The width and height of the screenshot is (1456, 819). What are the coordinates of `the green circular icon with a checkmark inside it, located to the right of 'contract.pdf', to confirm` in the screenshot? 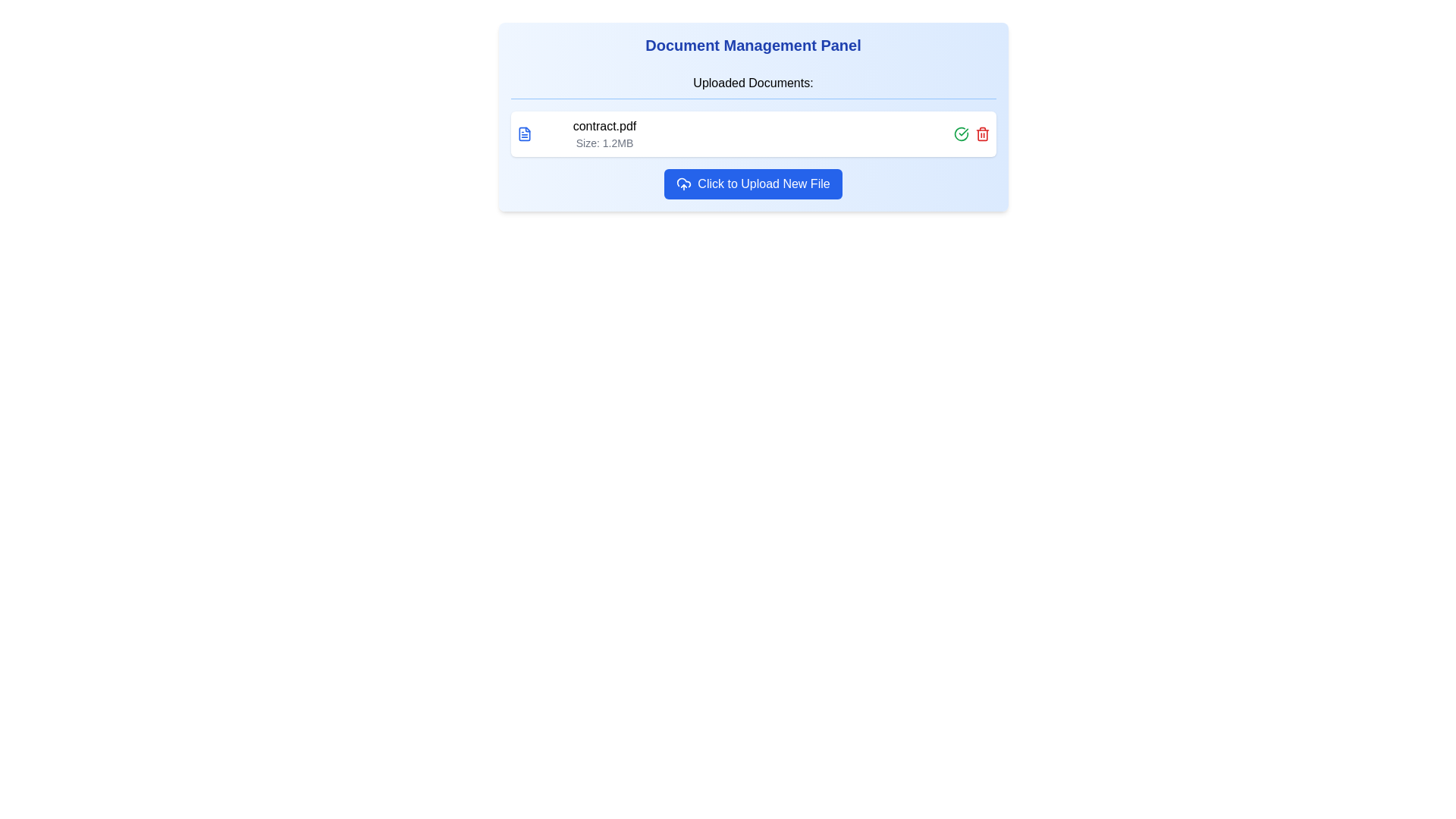 It's located at (960, 133).